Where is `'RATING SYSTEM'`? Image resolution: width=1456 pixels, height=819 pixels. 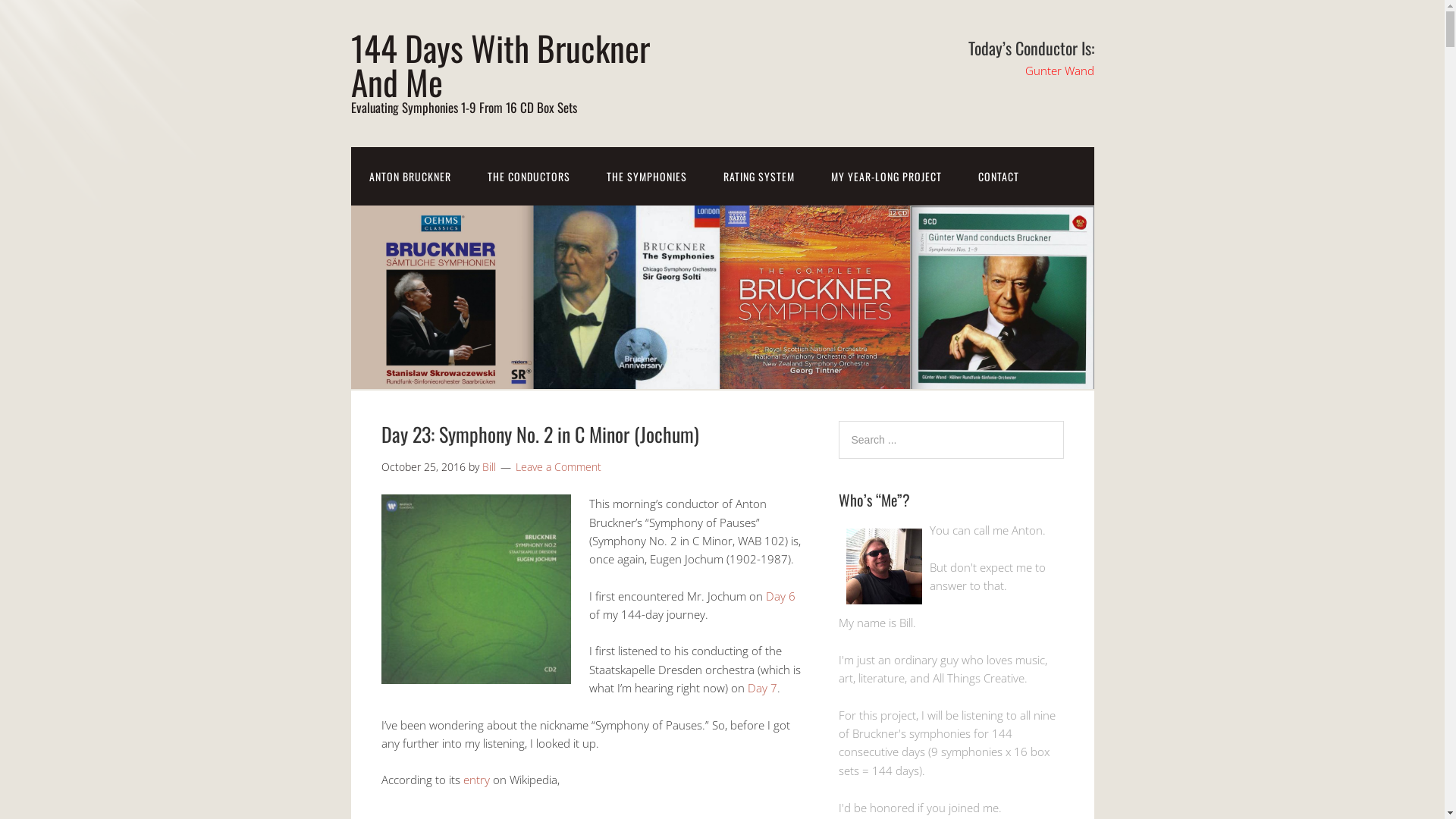 'RATING SYSTEM' is located at coordinates (759, 175).